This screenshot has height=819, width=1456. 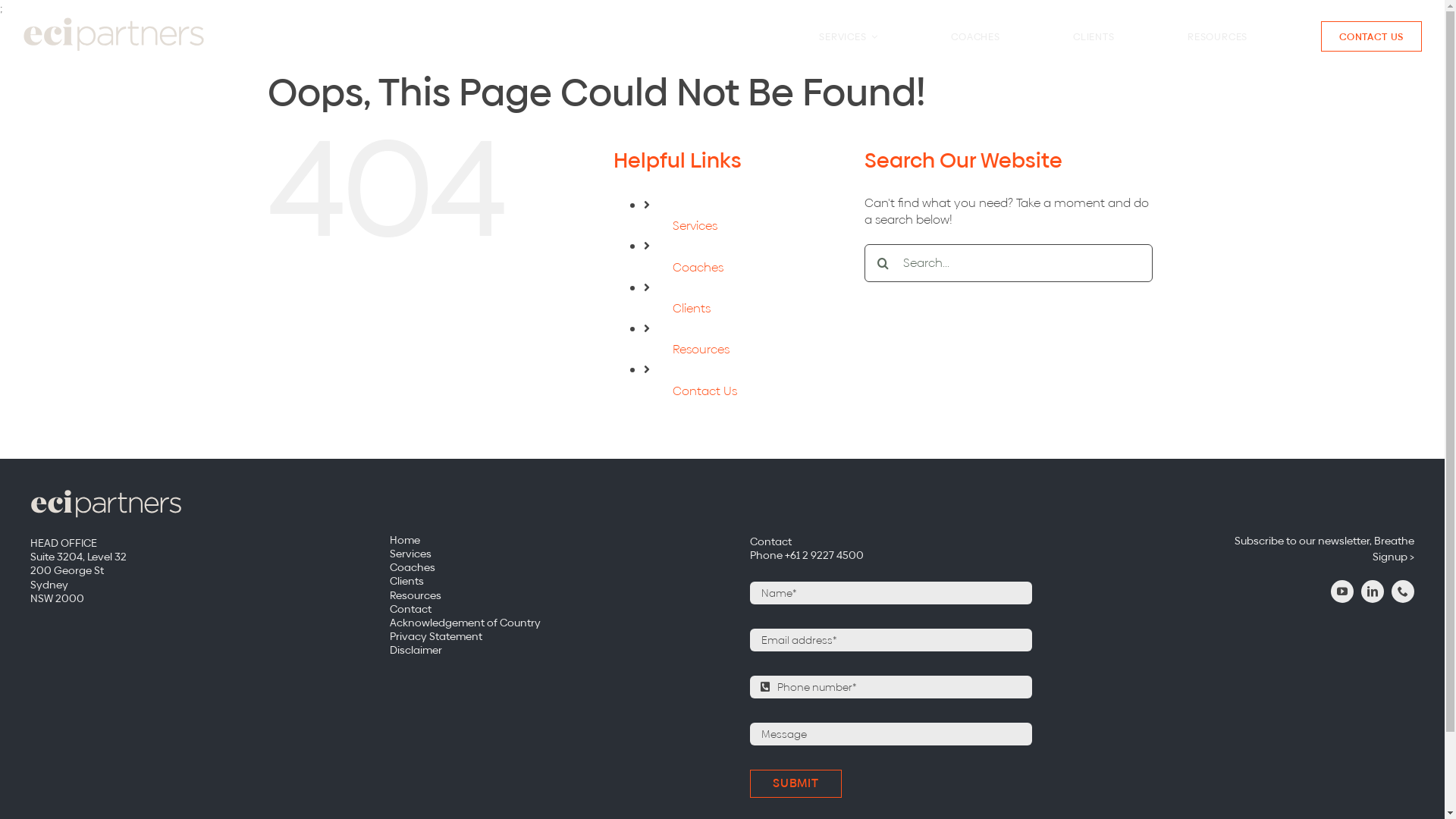 What do you see at coordinates (1186, 35) in the screenshot?
I see `'RESOURCES'` at bounding box center [1186, 35].